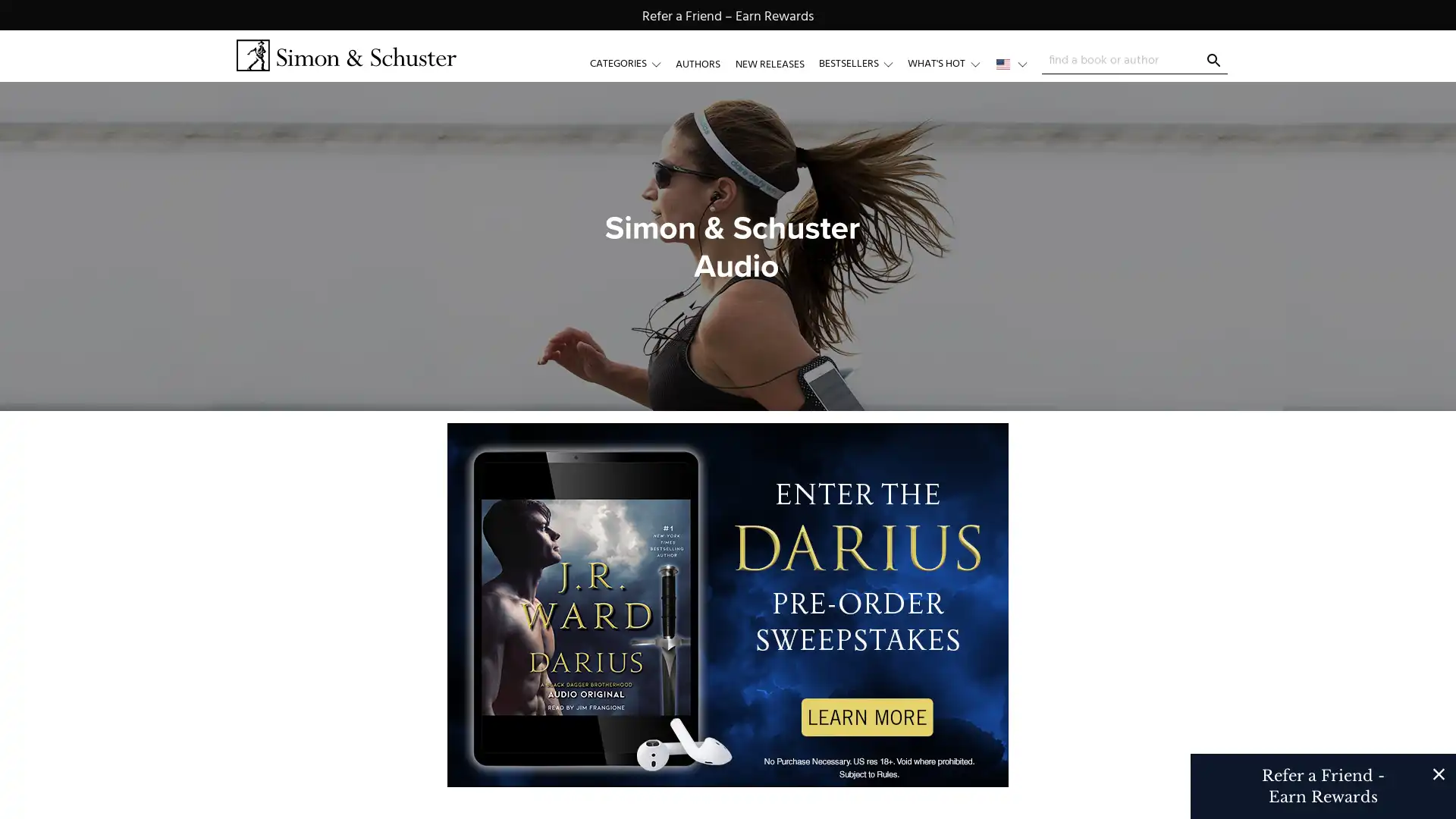 The image size is (1456, 819). What do you see at coordinates (697, 63) in the screenshot?
I see `AUTHORS` at bounding box center [697, 63].